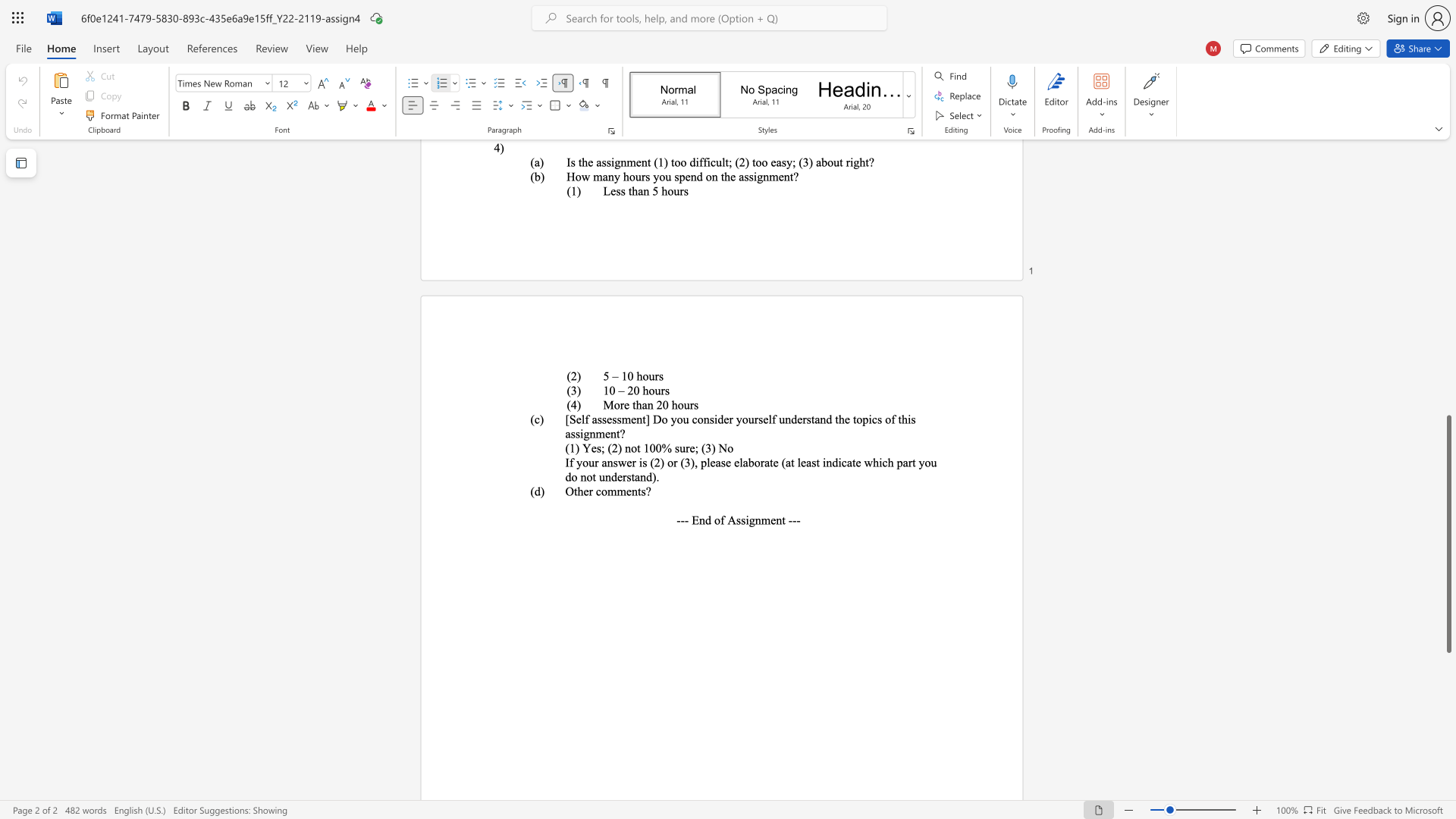 This screenshot has height=819, width=1456. What do you see at coordinates (747, 519) in the screenshot?
I see `the 1th character "i" in the text` at bounding box center [747, 519].